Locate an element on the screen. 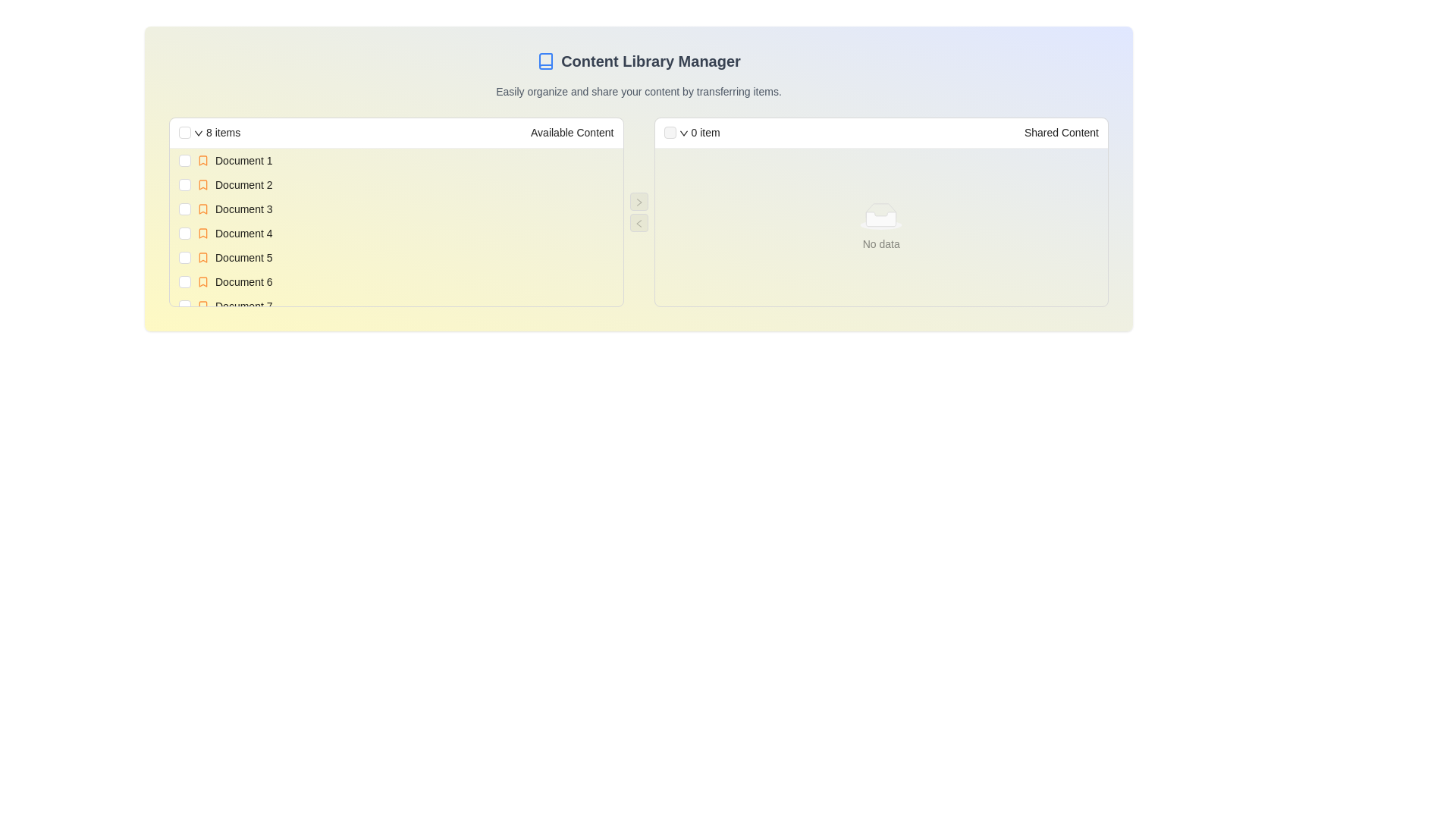  the state of the bookmark icon (svg) located to the left of 'Document 3' in the left panel, which serves as a visual indicator for marking or saving items is located at coordinates (202, 209).